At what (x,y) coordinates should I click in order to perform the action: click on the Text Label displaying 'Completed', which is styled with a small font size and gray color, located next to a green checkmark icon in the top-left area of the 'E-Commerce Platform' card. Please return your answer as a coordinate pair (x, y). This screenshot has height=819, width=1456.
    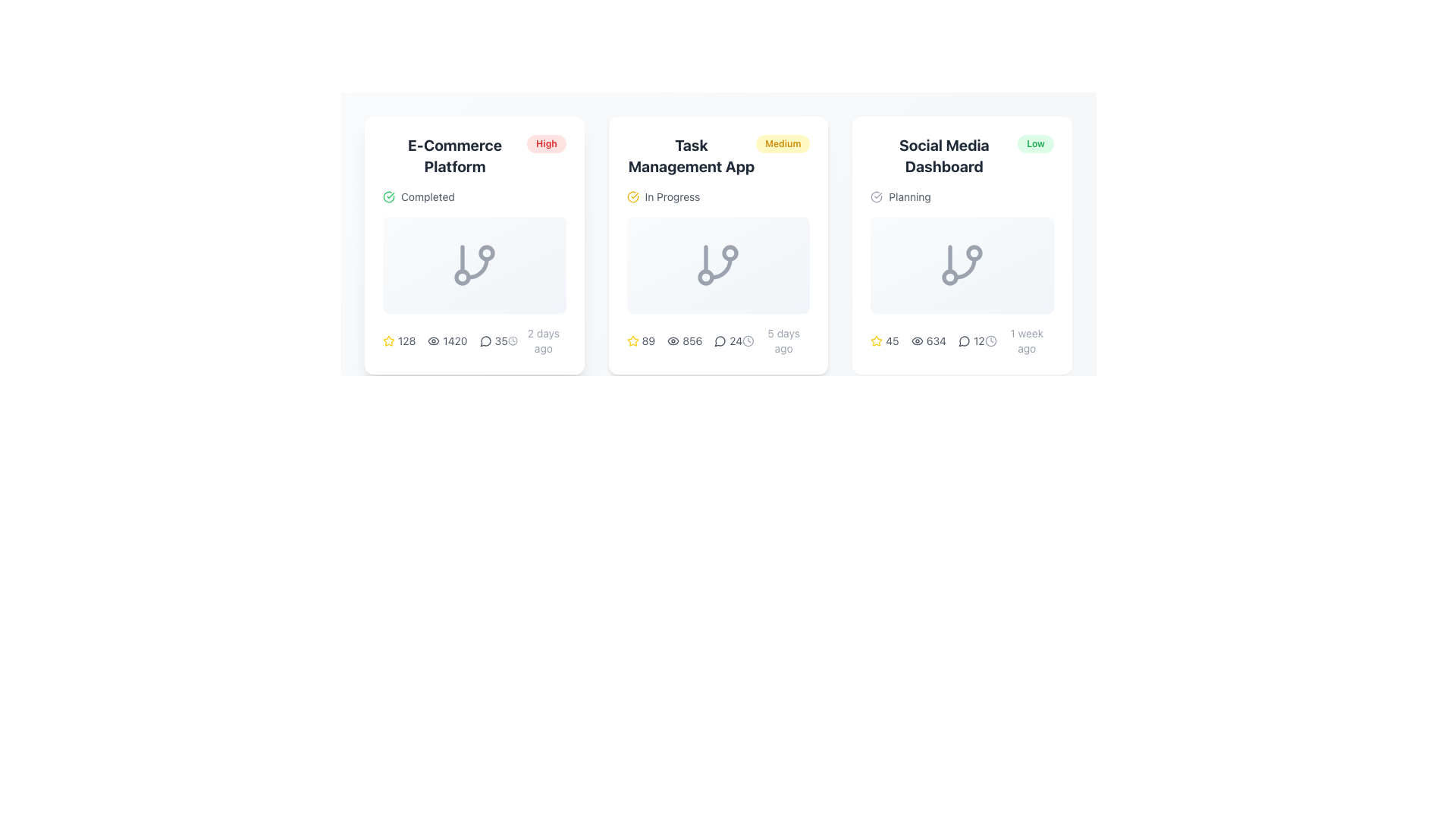
    Looking at the image, I should click on (427, 196).